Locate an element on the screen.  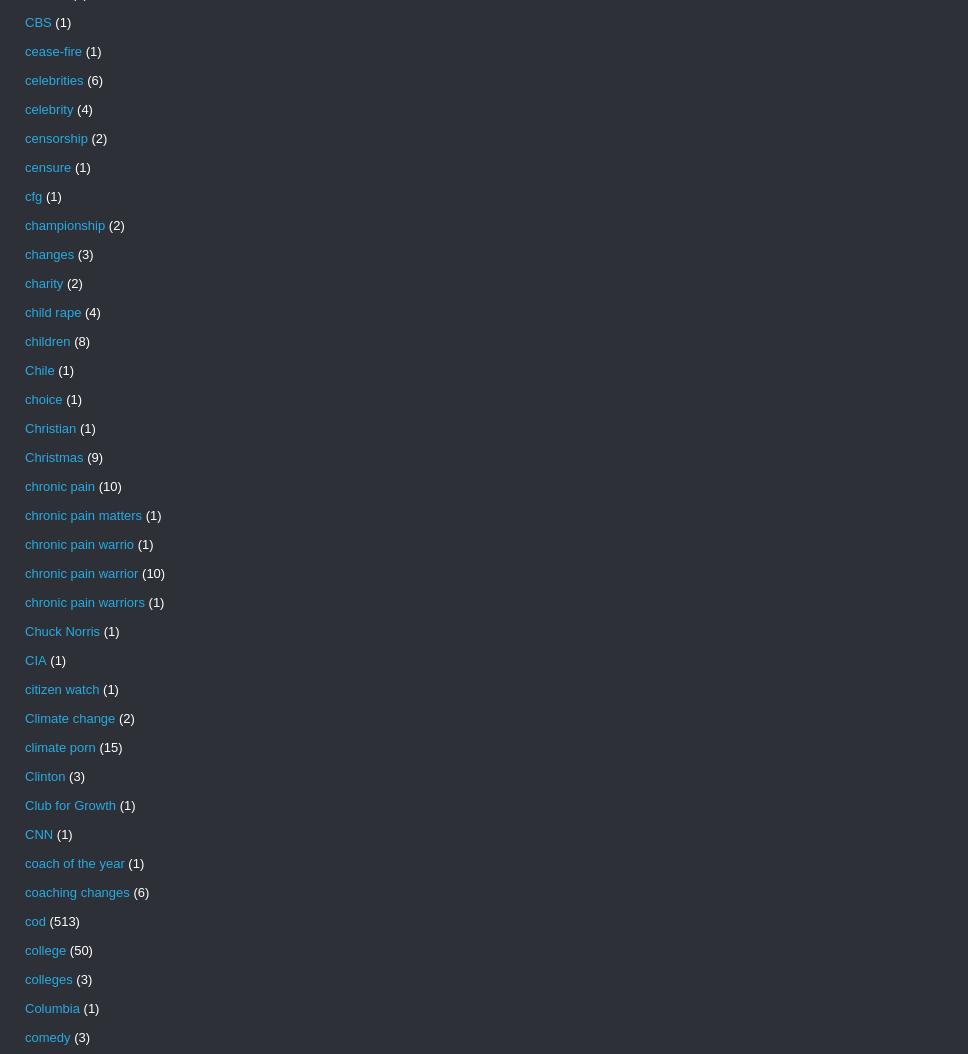
'championship' is located at coordinates (63, 225).